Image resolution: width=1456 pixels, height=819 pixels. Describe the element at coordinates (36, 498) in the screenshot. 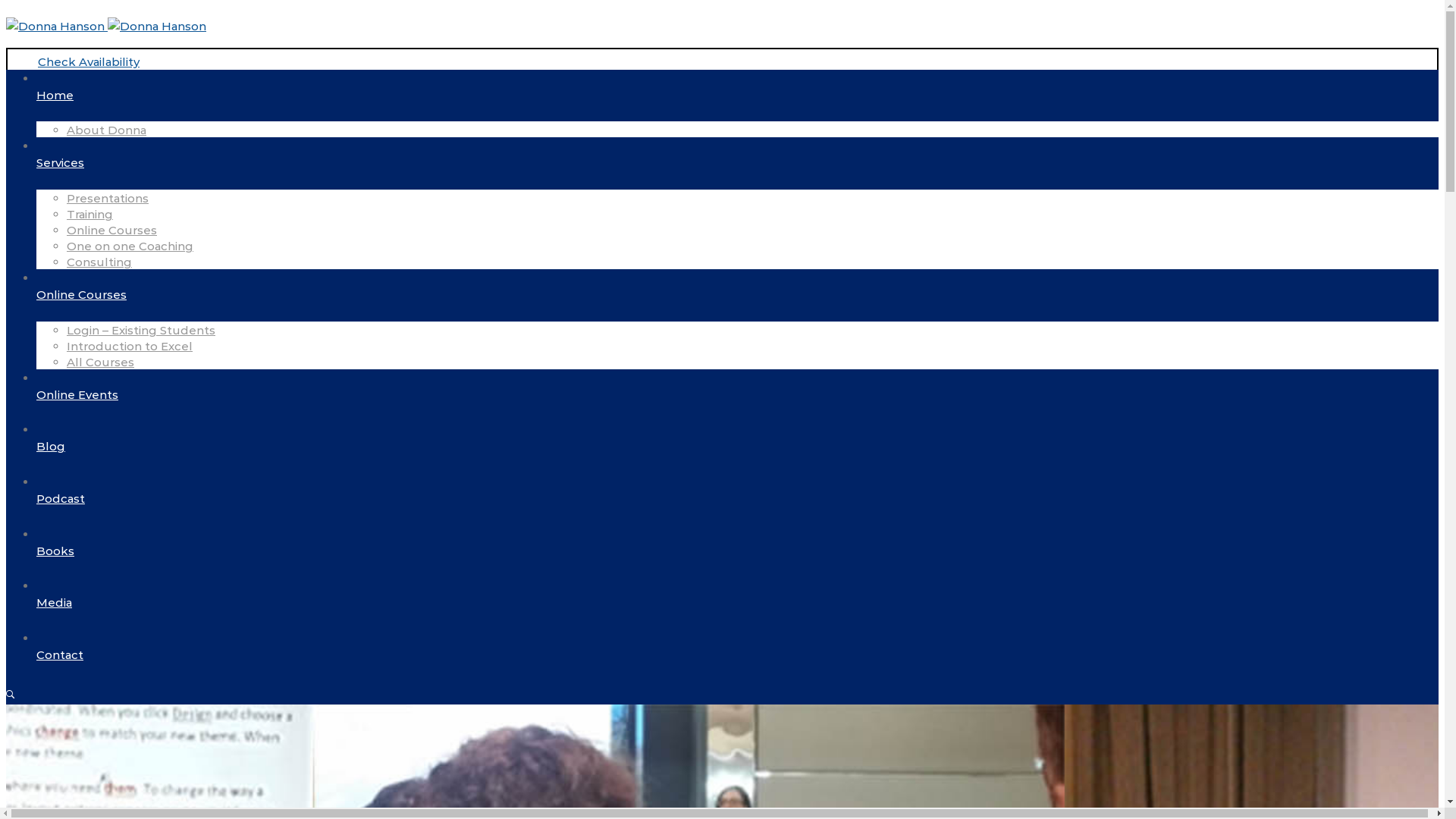

I see `'Podcast'` at that location.